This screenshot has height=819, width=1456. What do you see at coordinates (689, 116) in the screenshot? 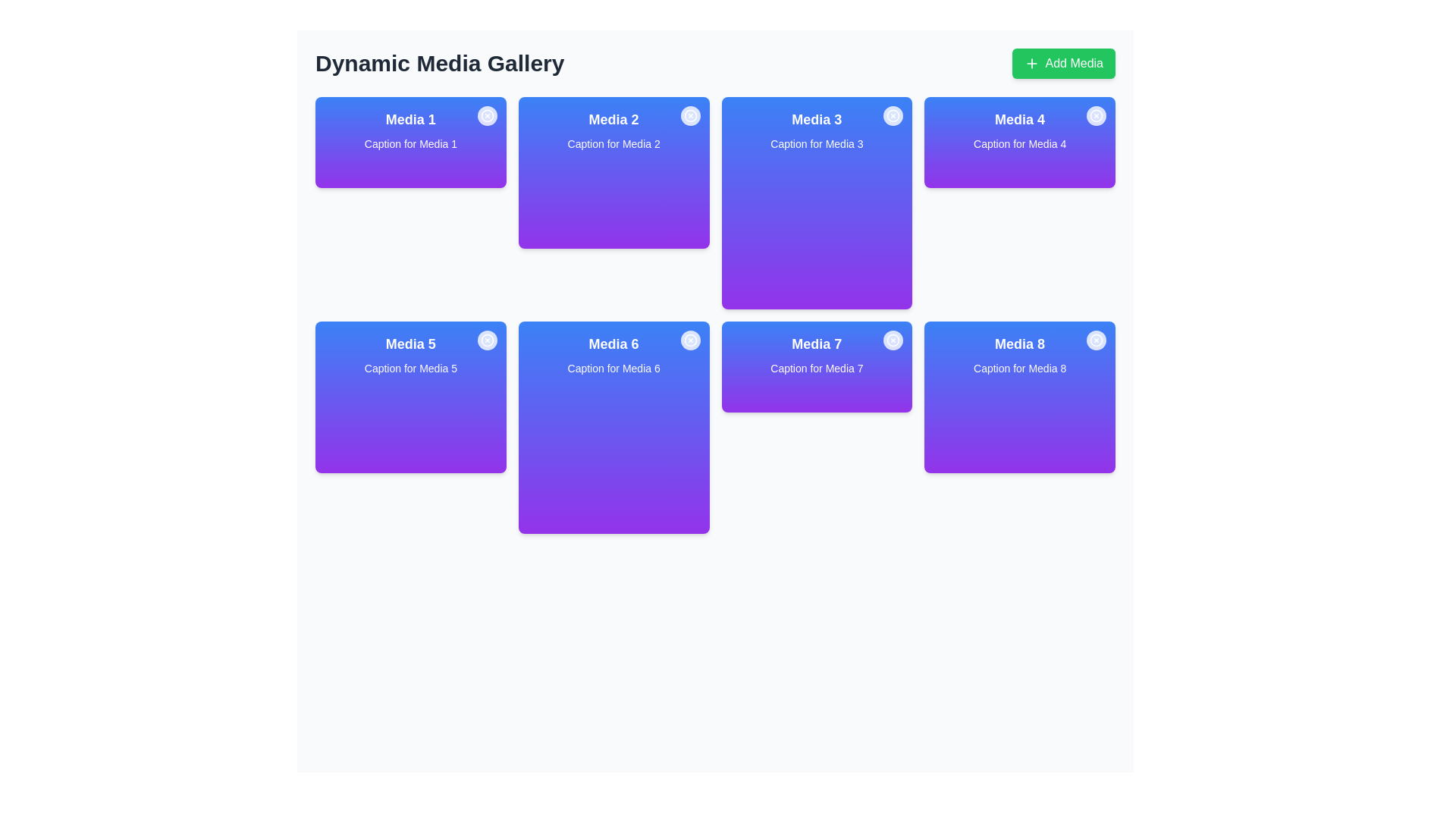
I see `the close button located at the top-right corner of the 'Media 2' card` at bounding box center [689, 116].